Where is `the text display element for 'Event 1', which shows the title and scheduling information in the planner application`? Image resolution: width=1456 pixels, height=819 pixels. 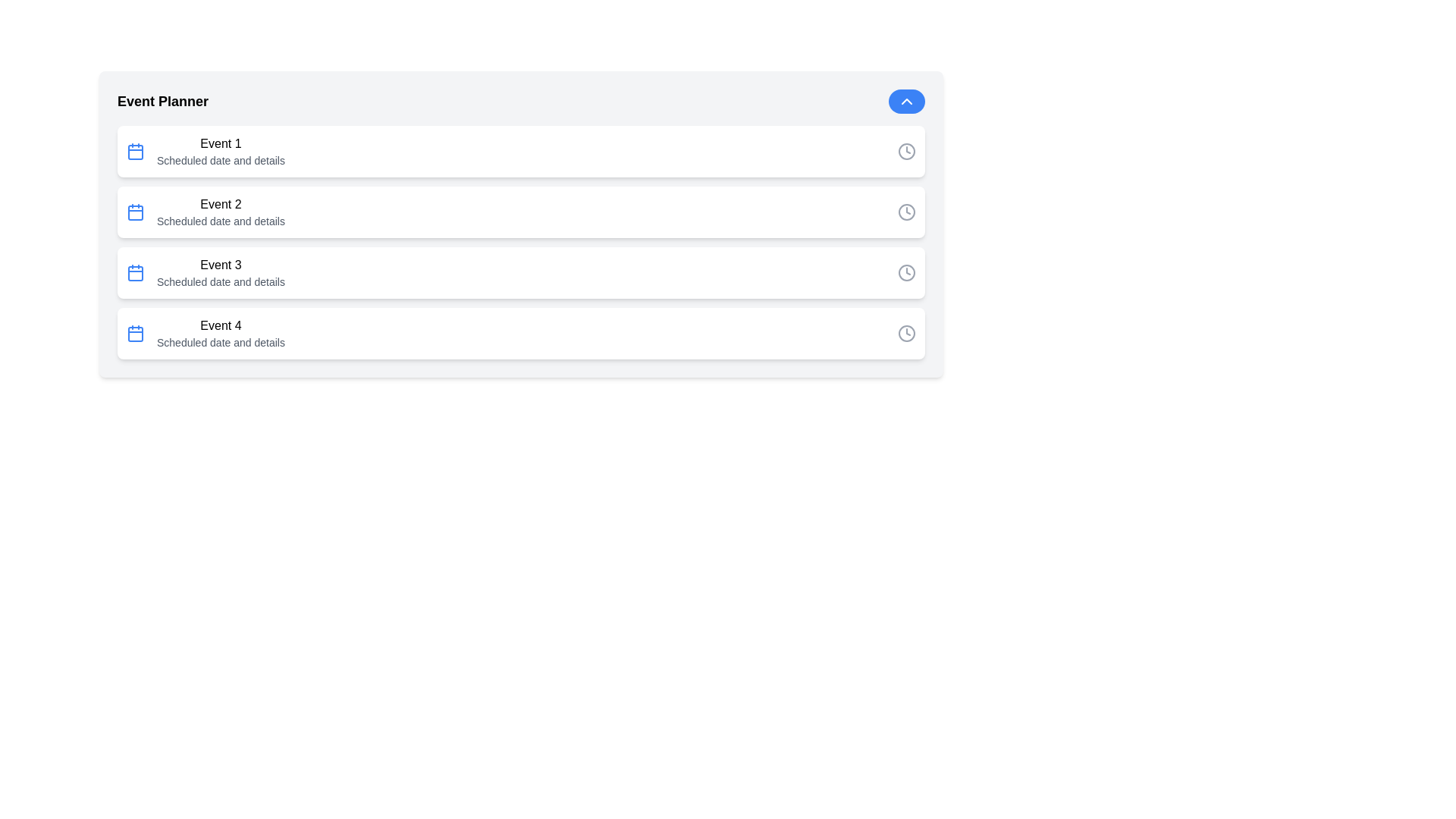 the text display element for 'Event 1', which shows the title and scheduling information in the planner application is located at coordinates (220, 152).